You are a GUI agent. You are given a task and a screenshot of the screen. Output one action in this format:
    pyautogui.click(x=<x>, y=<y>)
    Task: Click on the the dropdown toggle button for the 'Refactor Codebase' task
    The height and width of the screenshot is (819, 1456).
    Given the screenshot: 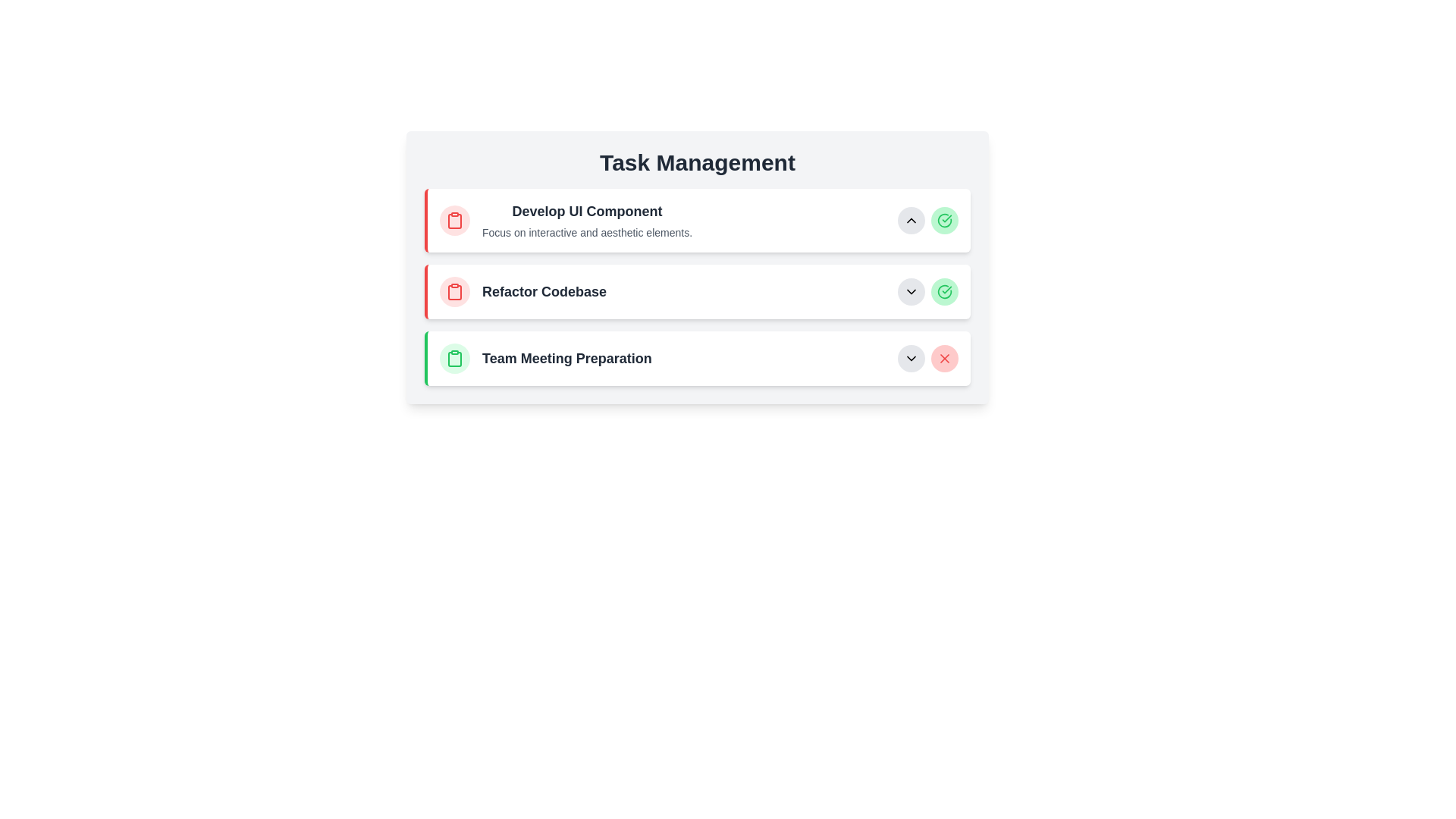 What is the action you would take?
    pyautogui.click(x=910, y=292)
    